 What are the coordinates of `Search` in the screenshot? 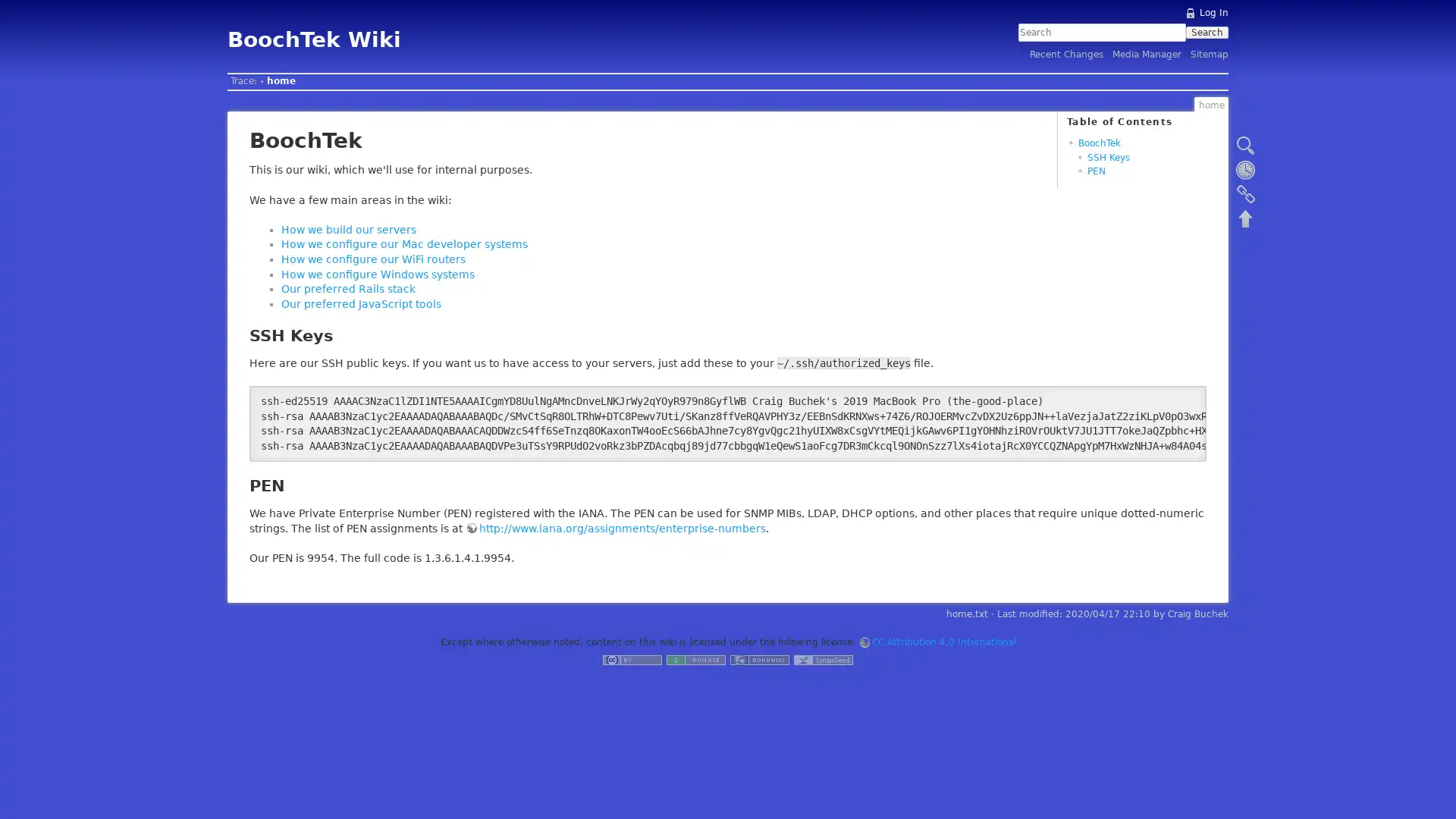 It's located at (1206, 32).